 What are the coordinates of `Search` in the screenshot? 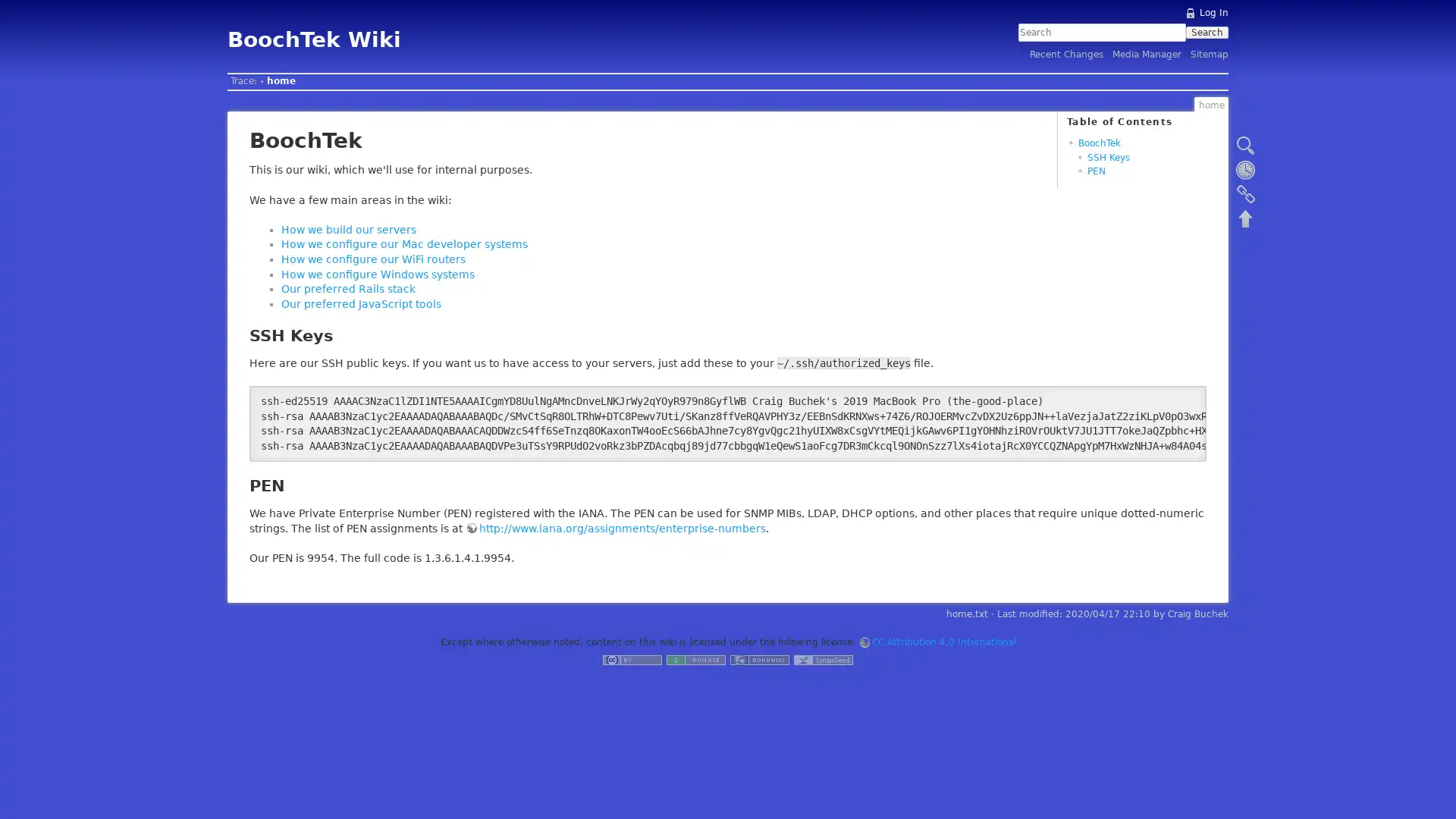 It's located at (1206, 32).